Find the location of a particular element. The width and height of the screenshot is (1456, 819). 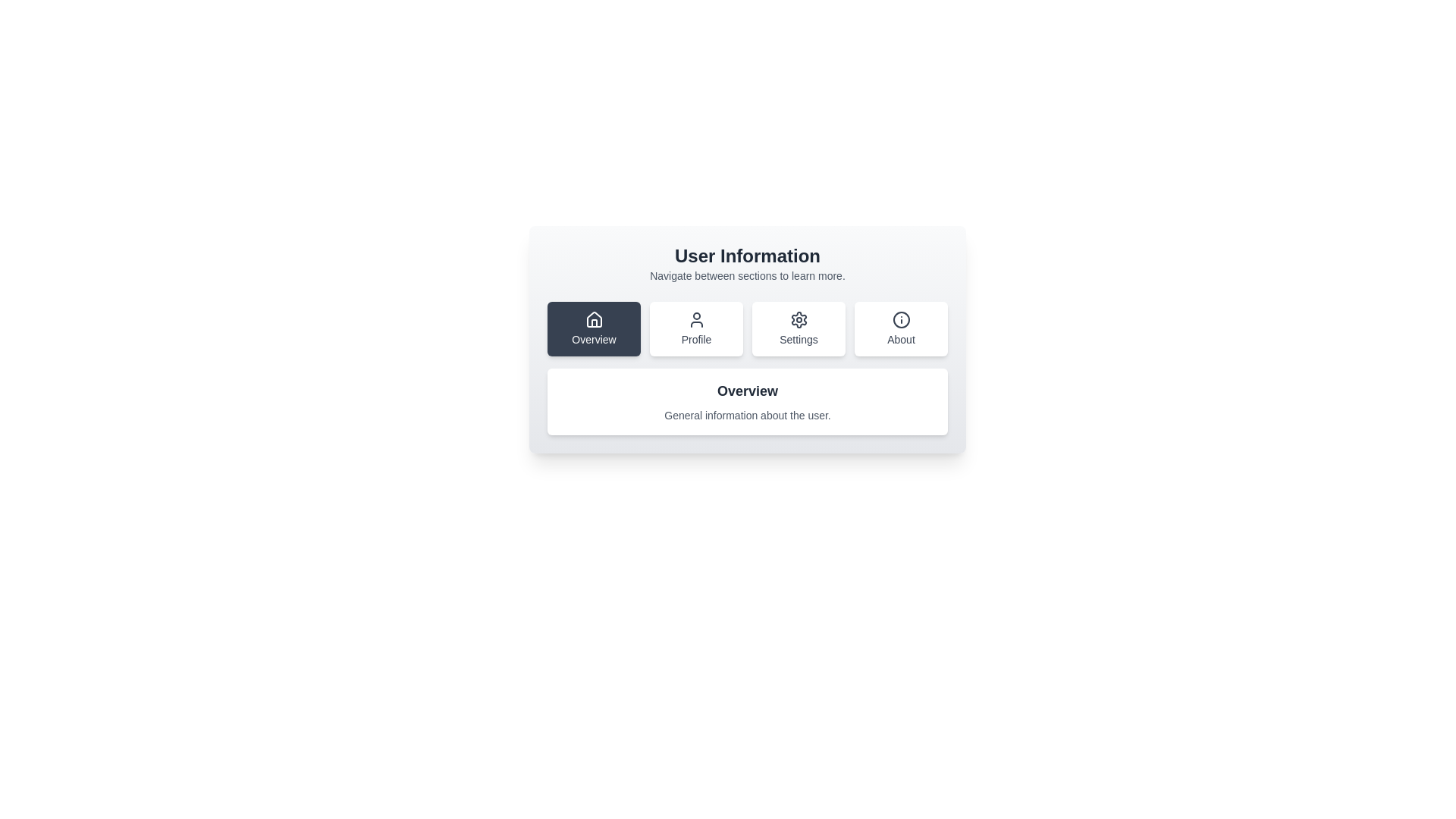

the Overview button, which is the leftmost button in a horizontal row of options is located at coordinates (593, 318).